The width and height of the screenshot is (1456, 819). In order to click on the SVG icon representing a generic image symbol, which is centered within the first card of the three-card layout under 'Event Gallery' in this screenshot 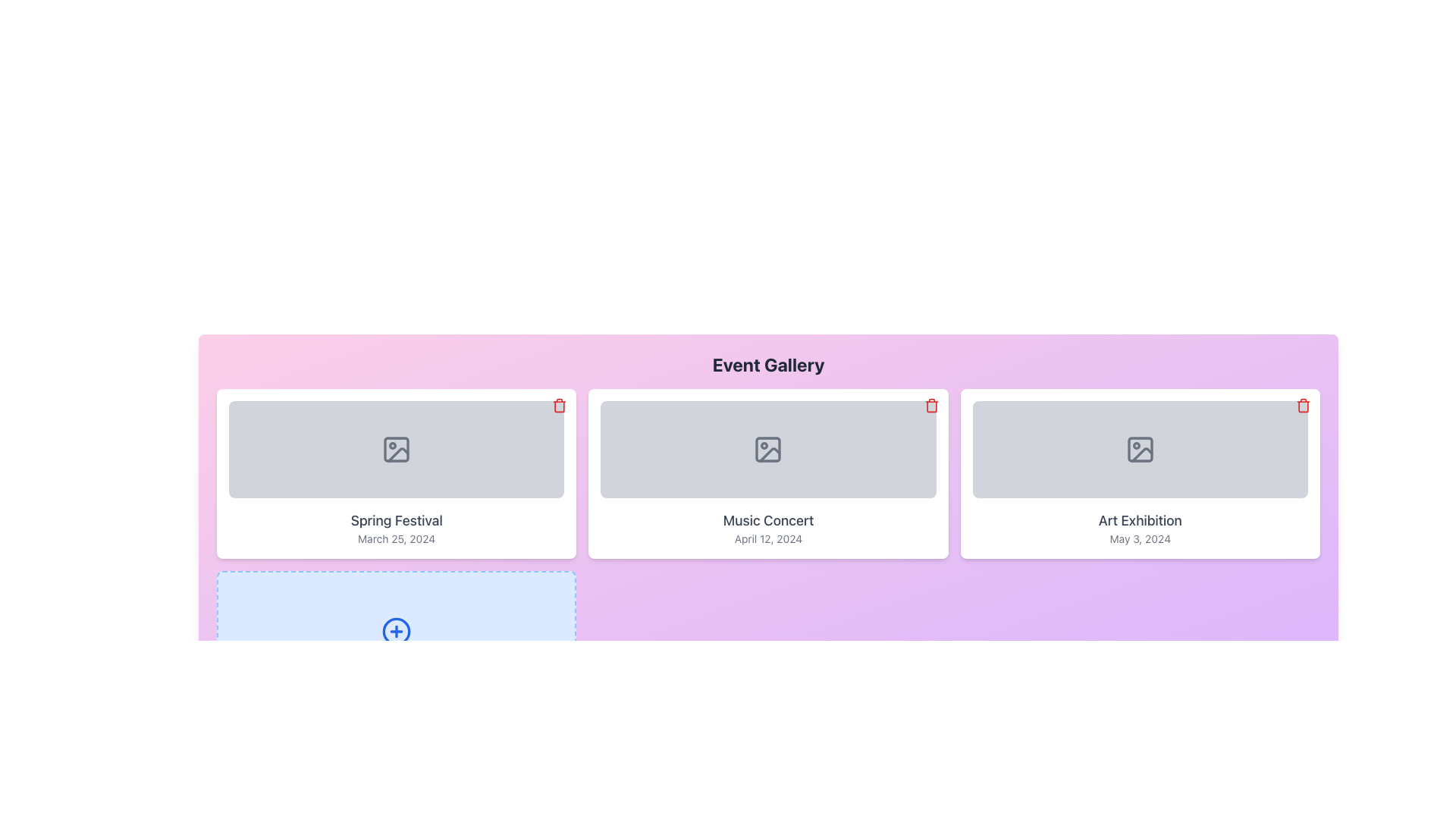, I will do `click(397, 449)`.